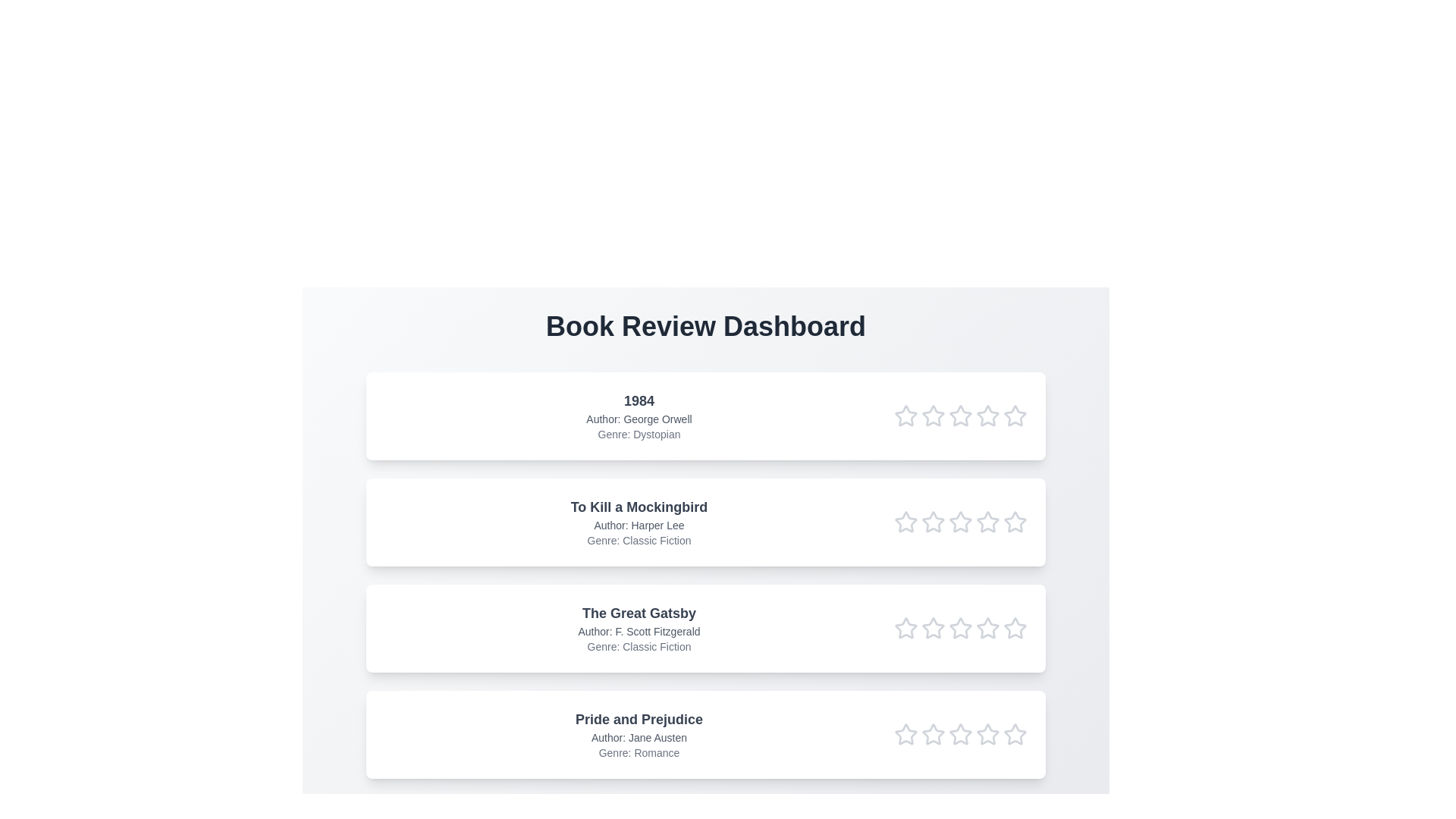 This screenshot has width=1456, height=819. I want to click on the star corresponding to 4 in the rating row of the book titled To Kill a Mockingbird, so click(987, 522).